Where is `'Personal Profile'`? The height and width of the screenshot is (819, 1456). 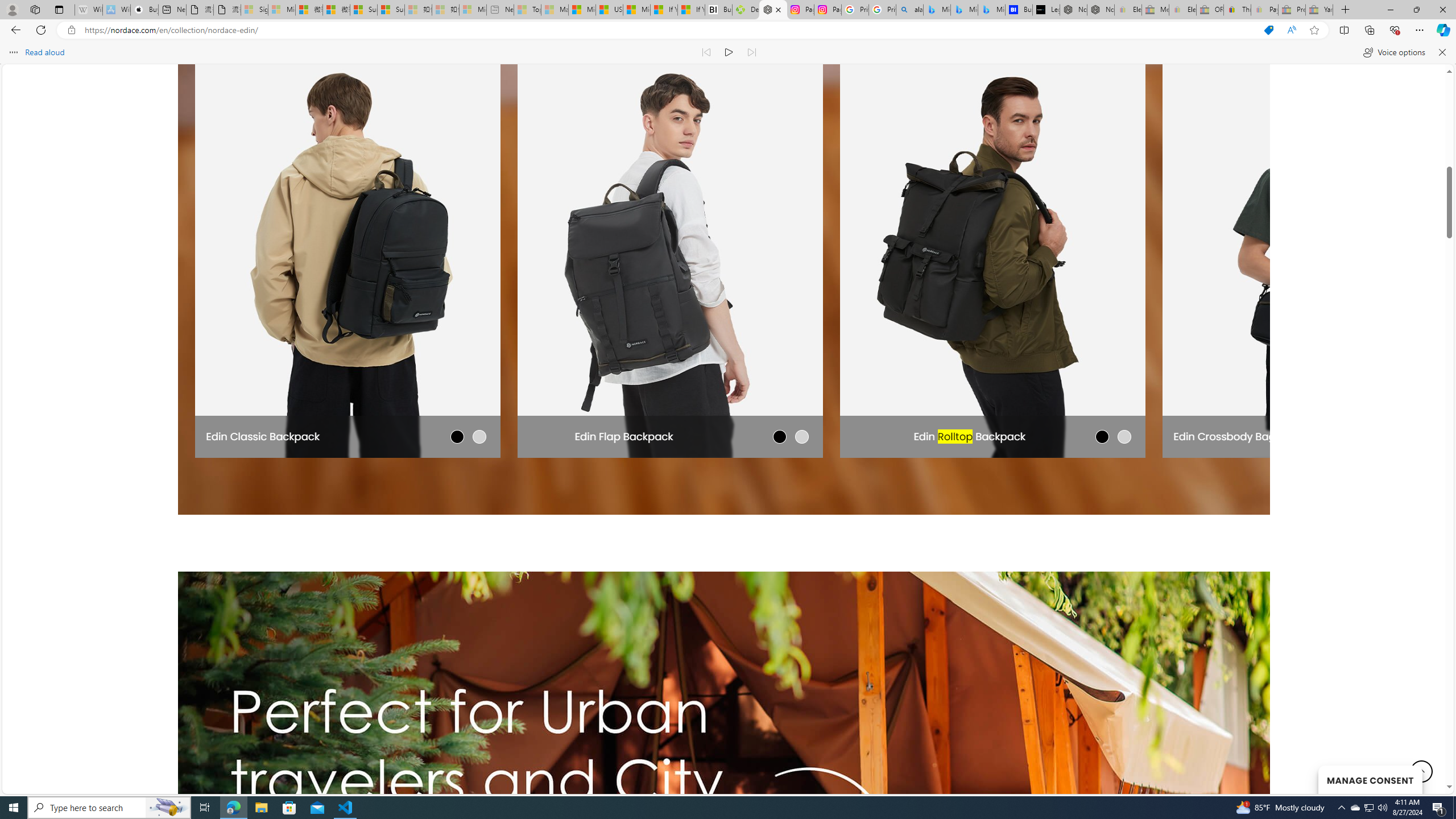
'Personal Profile' is located at coordinates (11, 9).